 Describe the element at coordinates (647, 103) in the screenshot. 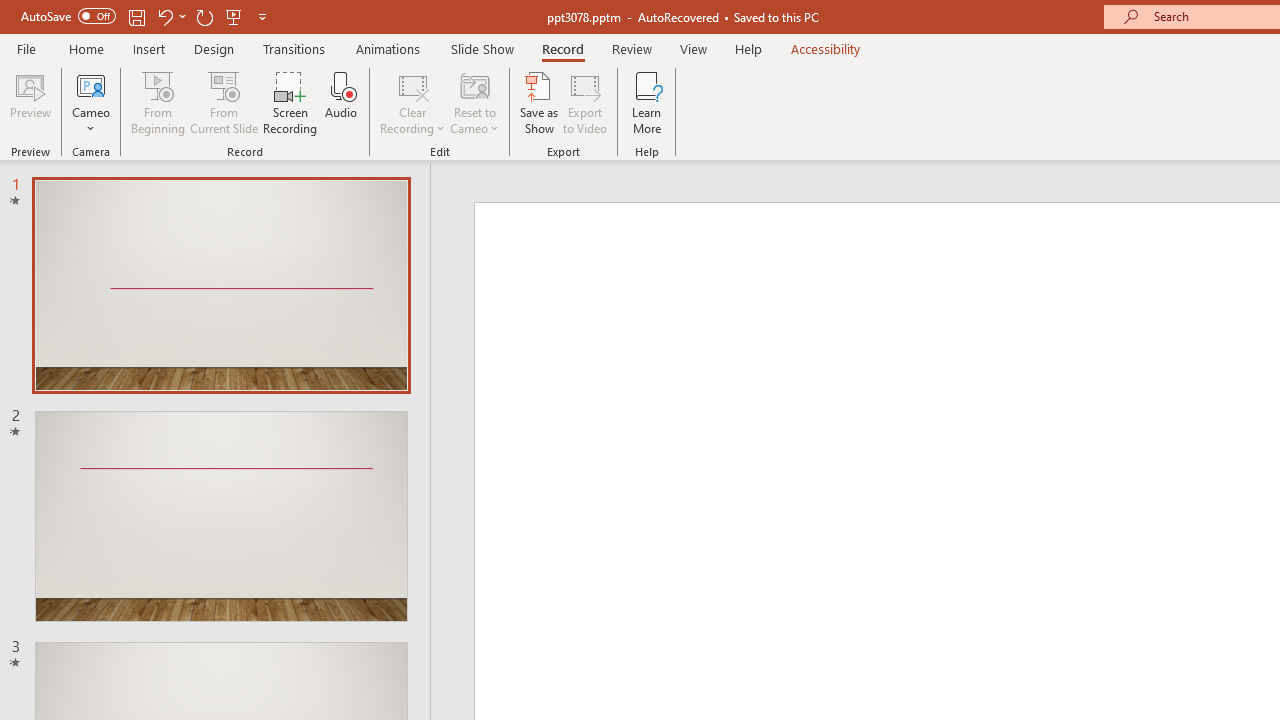

I see `'Learn More'` at that location.